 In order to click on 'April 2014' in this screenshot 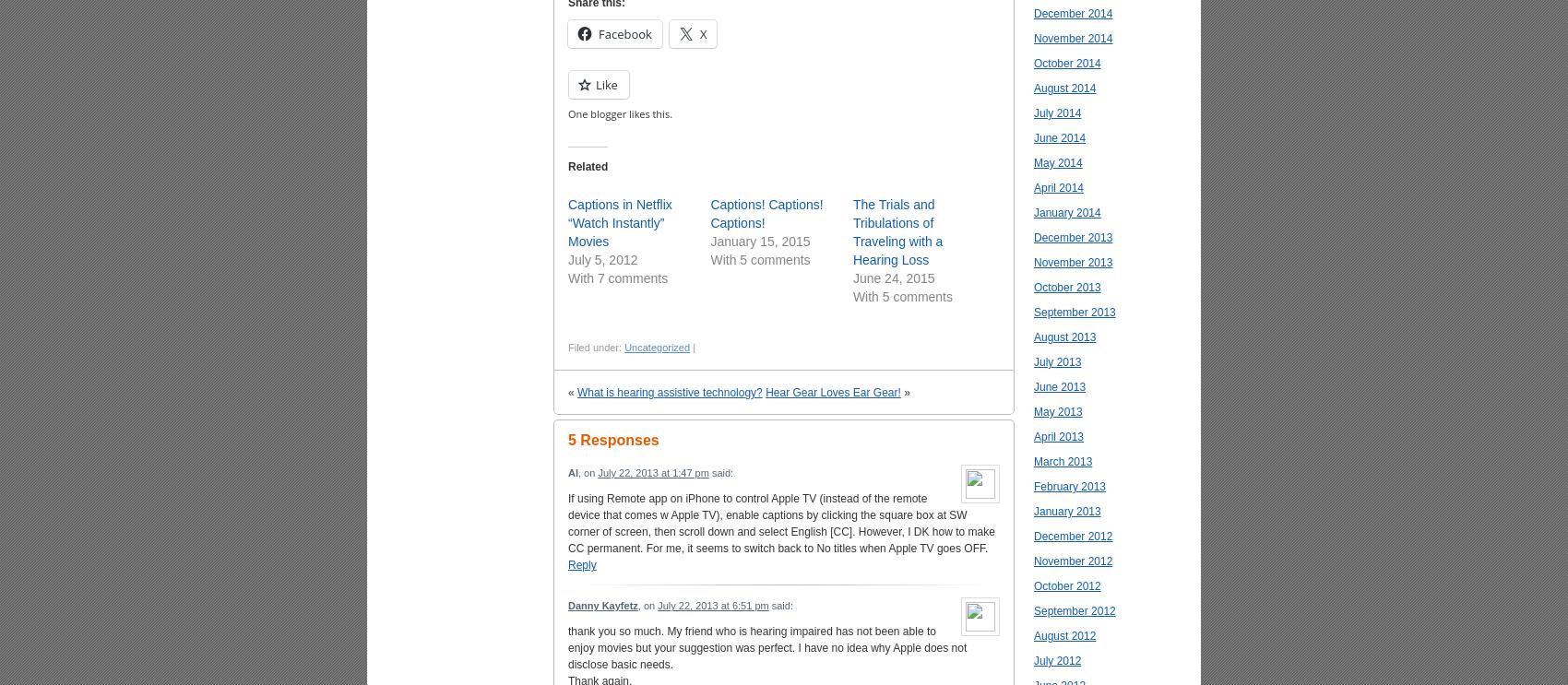, I will do `click(1059, 187)`.